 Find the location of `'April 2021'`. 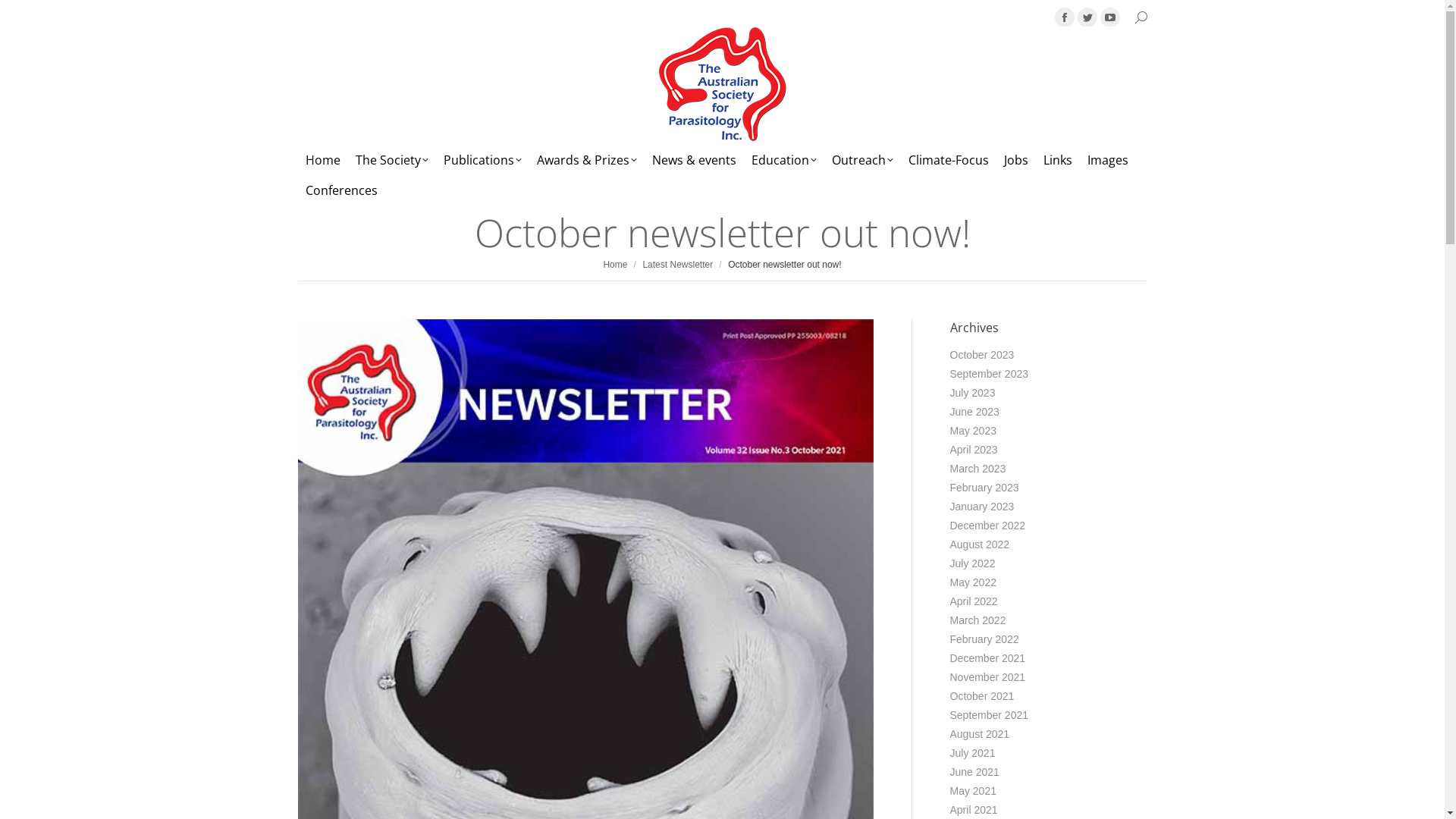

'April 2021' is located at coordinates (973, 809).